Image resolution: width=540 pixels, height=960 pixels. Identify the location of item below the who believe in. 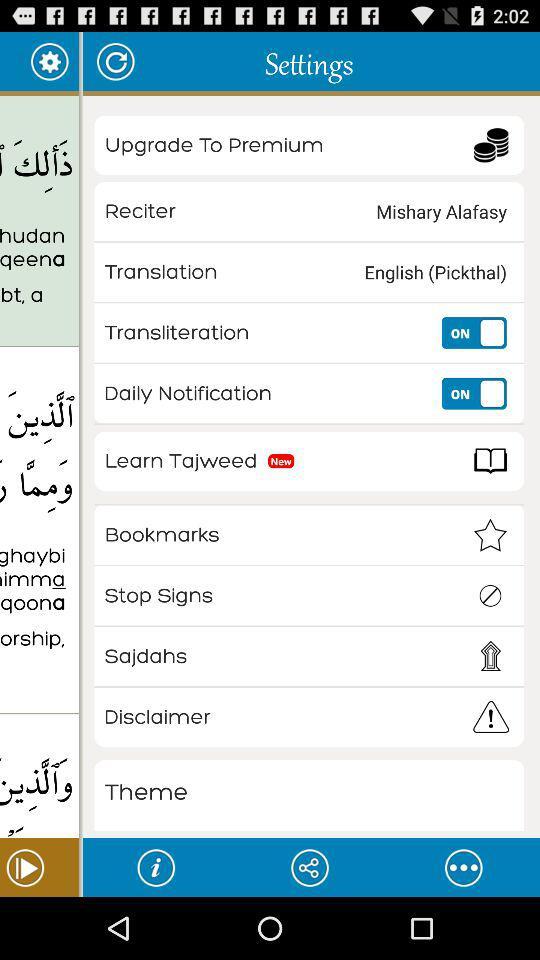
(39, 778).